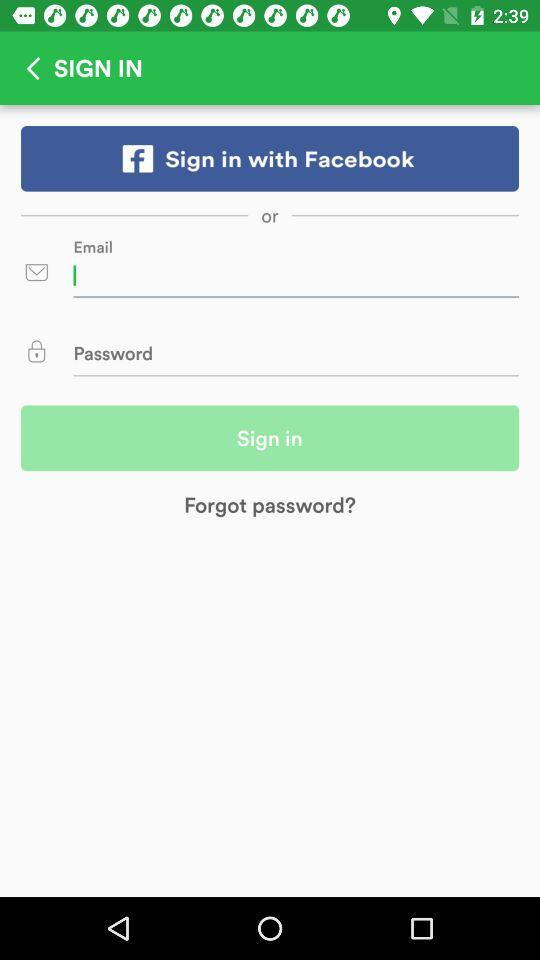 The width and height of the screenshot is (540, 960). What do you see at coordinates (26, 68) in the screenshot?
I see `previous` at bounding box center [26, 68].